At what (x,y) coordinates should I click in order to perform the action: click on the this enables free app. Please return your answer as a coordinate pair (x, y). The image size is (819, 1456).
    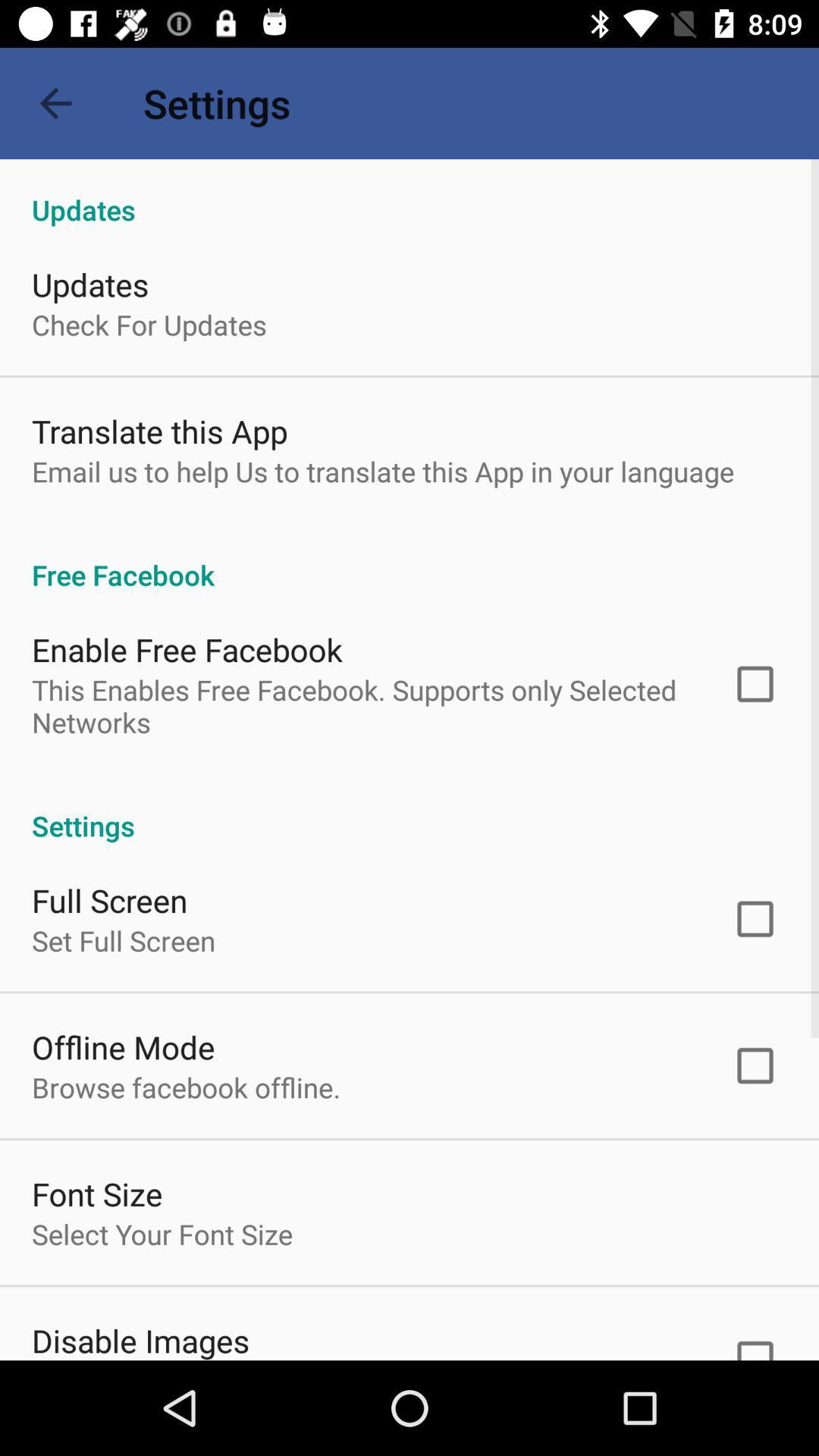
    Looking at the image, I should click on (362, 705).